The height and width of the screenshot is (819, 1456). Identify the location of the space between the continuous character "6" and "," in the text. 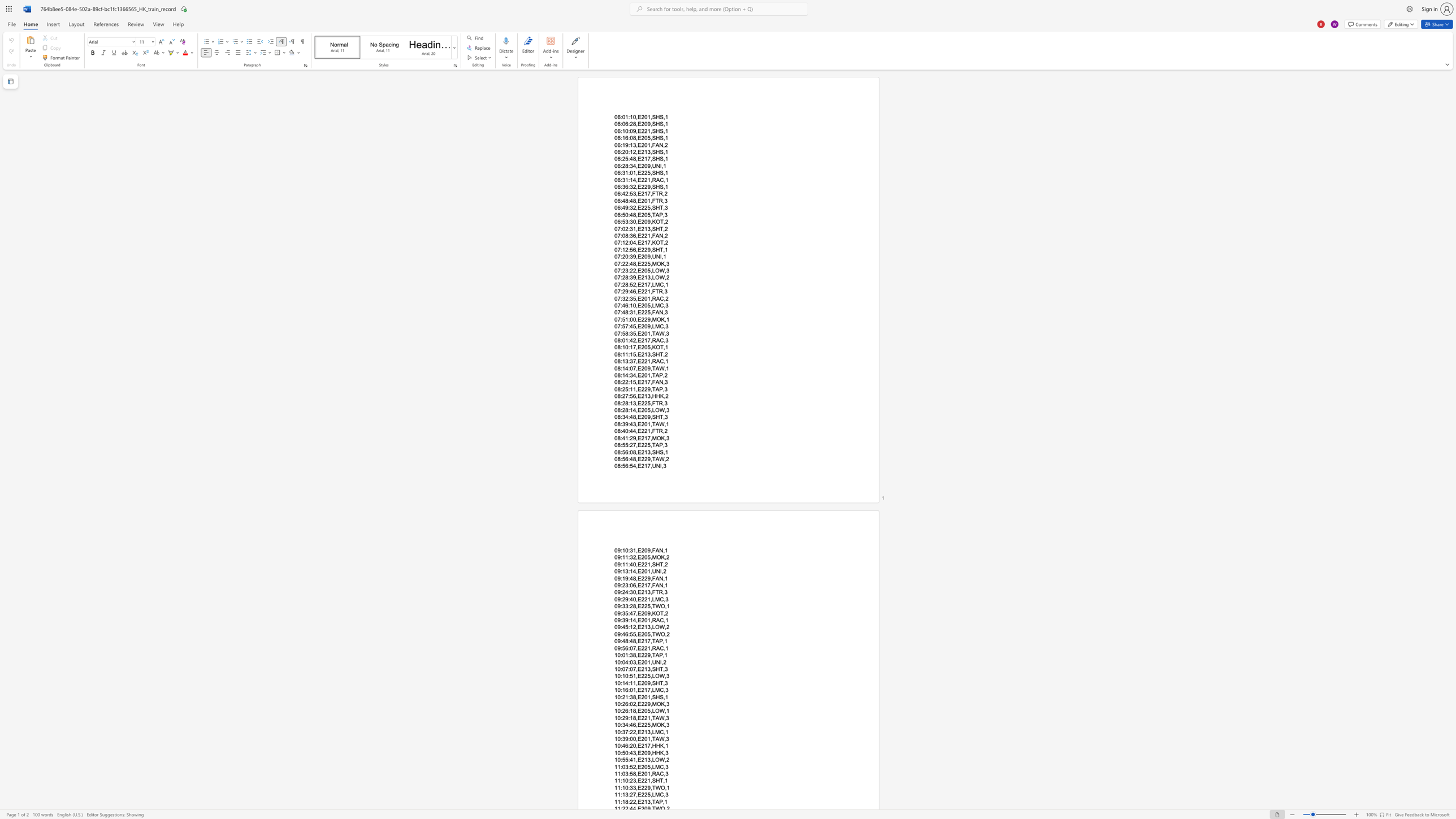
(635, 291).